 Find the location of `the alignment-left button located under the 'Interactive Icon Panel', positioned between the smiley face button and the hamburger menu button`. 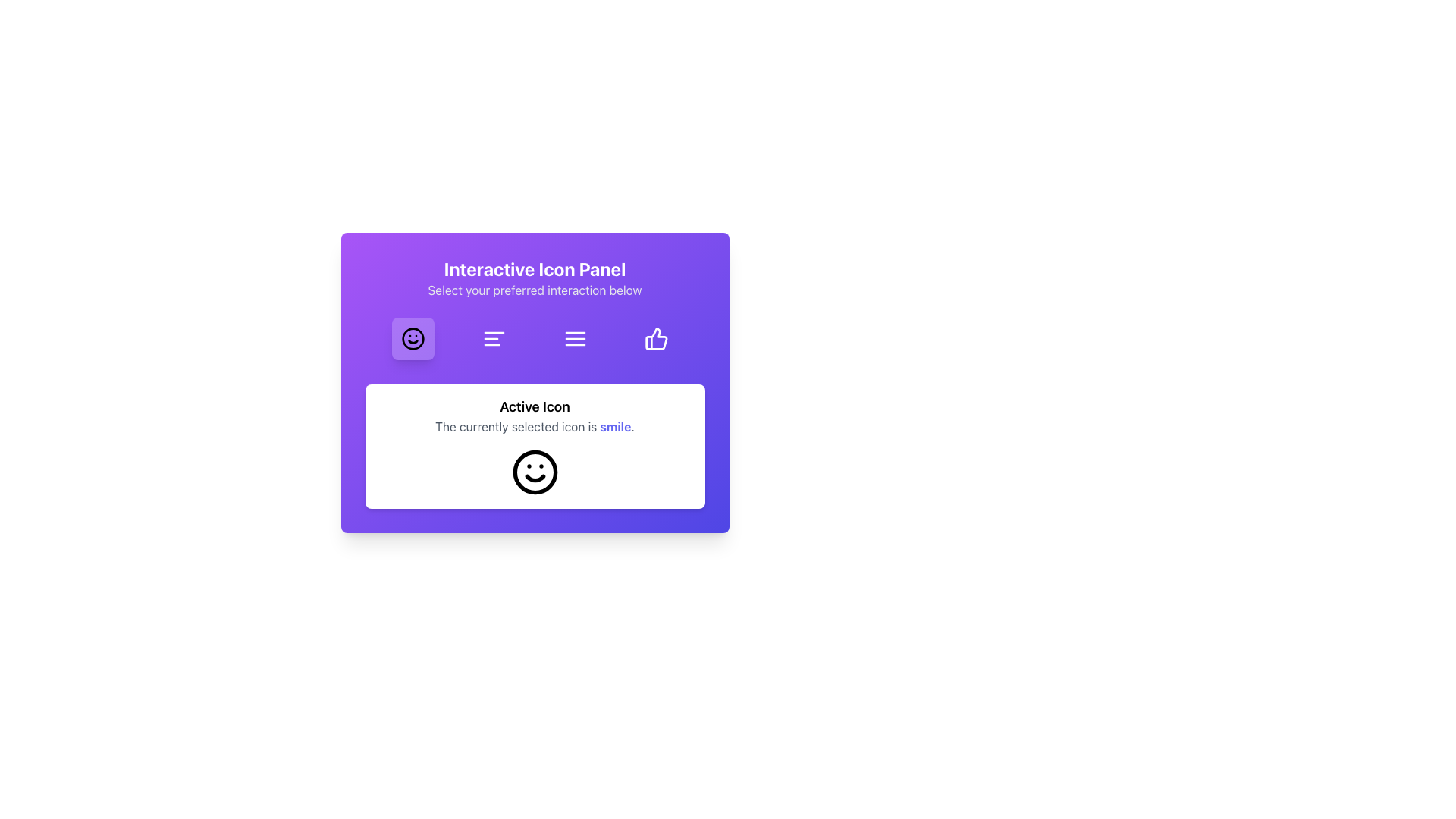

the alignment-left button located under the 'Interactive Icon Panel', positioned between the smiley face button and the hamburger menu button is located at coordinates (494, 338).